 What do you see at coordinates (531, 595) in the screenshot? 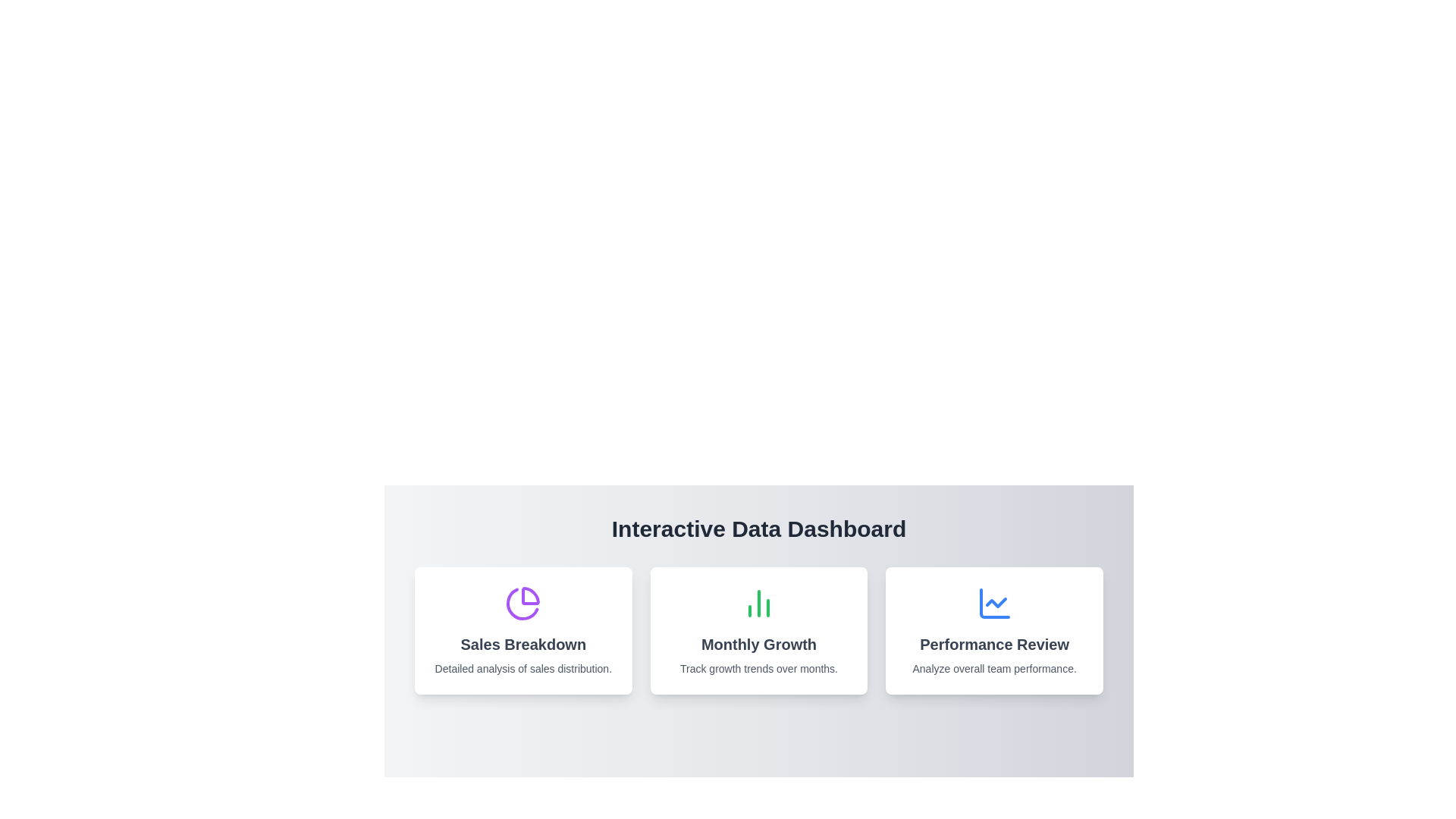
I see `the purple arc segment of the pie chart icon located in the 'Sales Breakdown' card on the dashboard` at bounding box center [531, 595].